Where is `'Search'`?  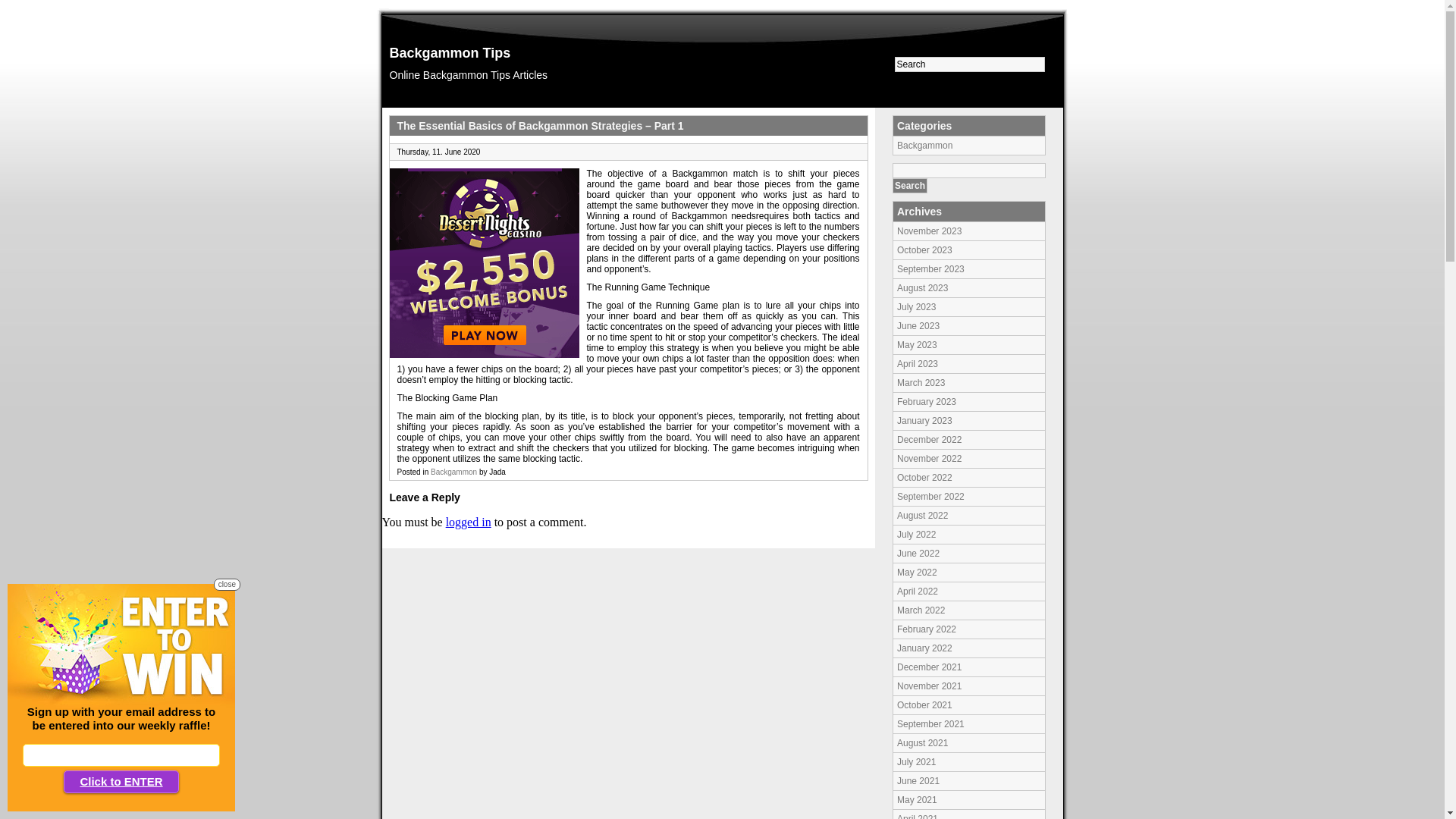 'Search' is located at coordinates (910, 185).